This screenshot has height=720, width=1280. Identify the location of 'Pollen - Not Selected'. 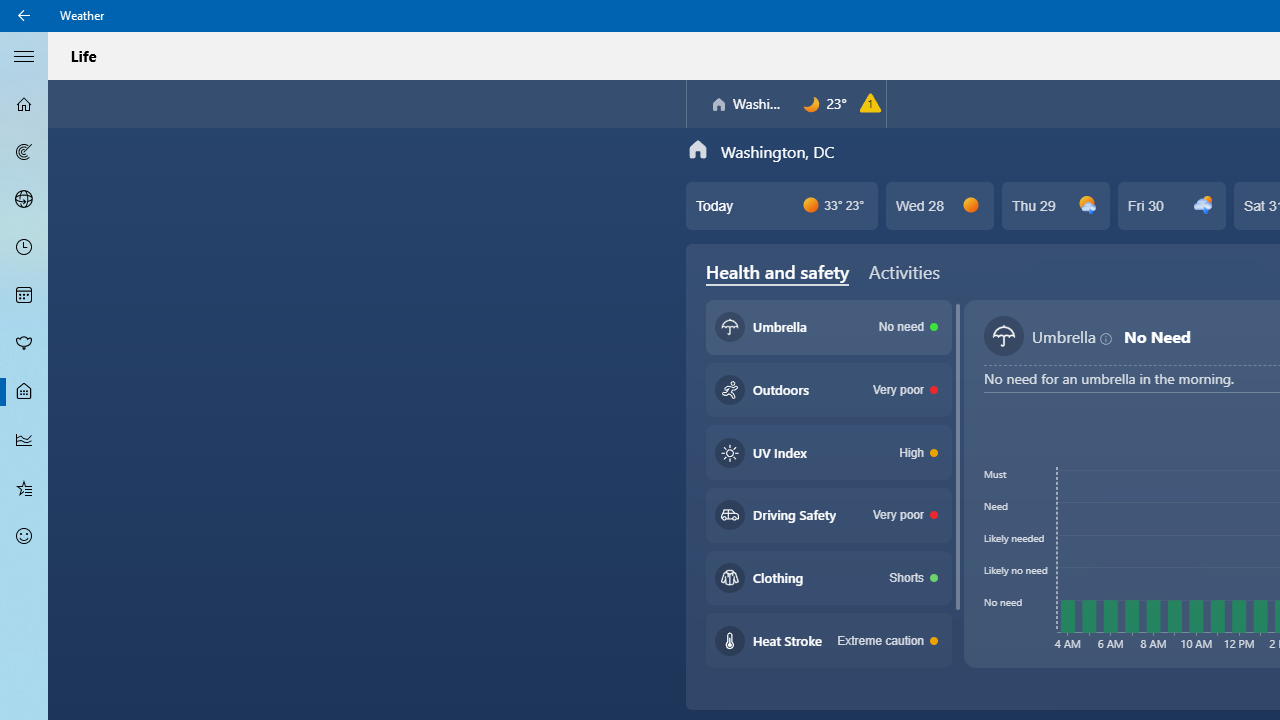
(24, 342).